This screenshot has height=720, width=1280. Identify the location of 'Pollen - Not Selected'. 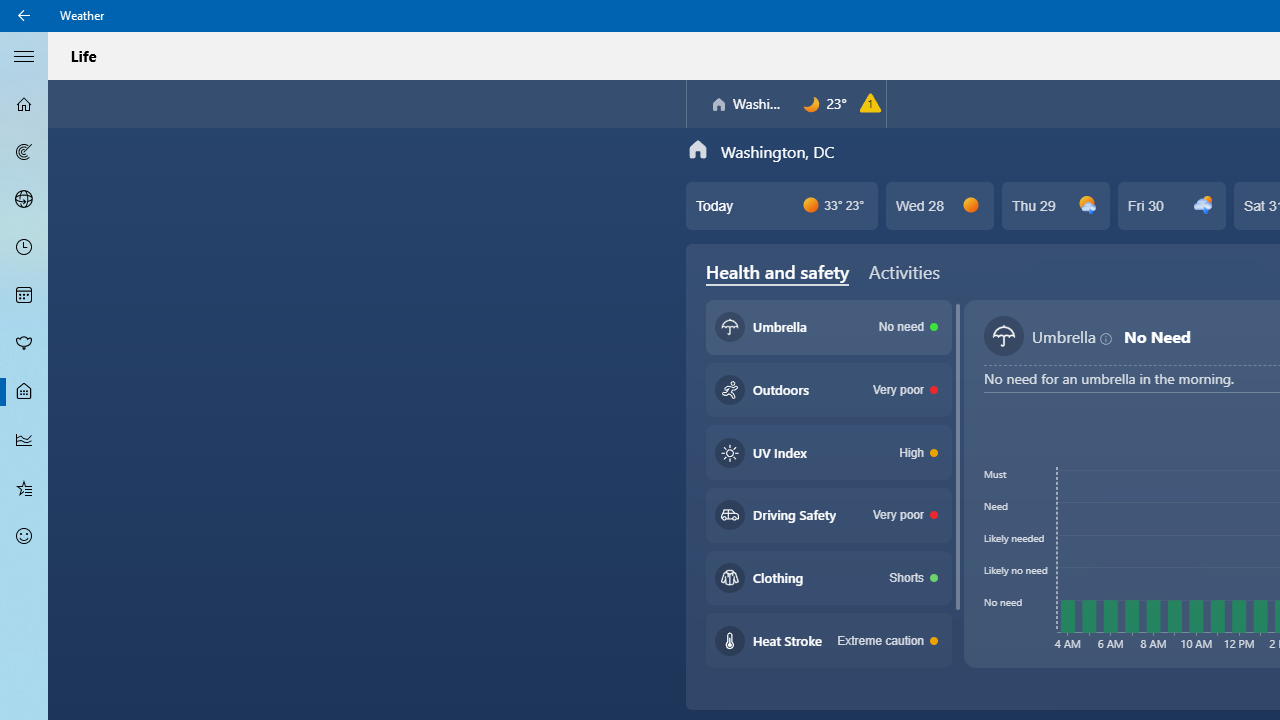
(24, 342).